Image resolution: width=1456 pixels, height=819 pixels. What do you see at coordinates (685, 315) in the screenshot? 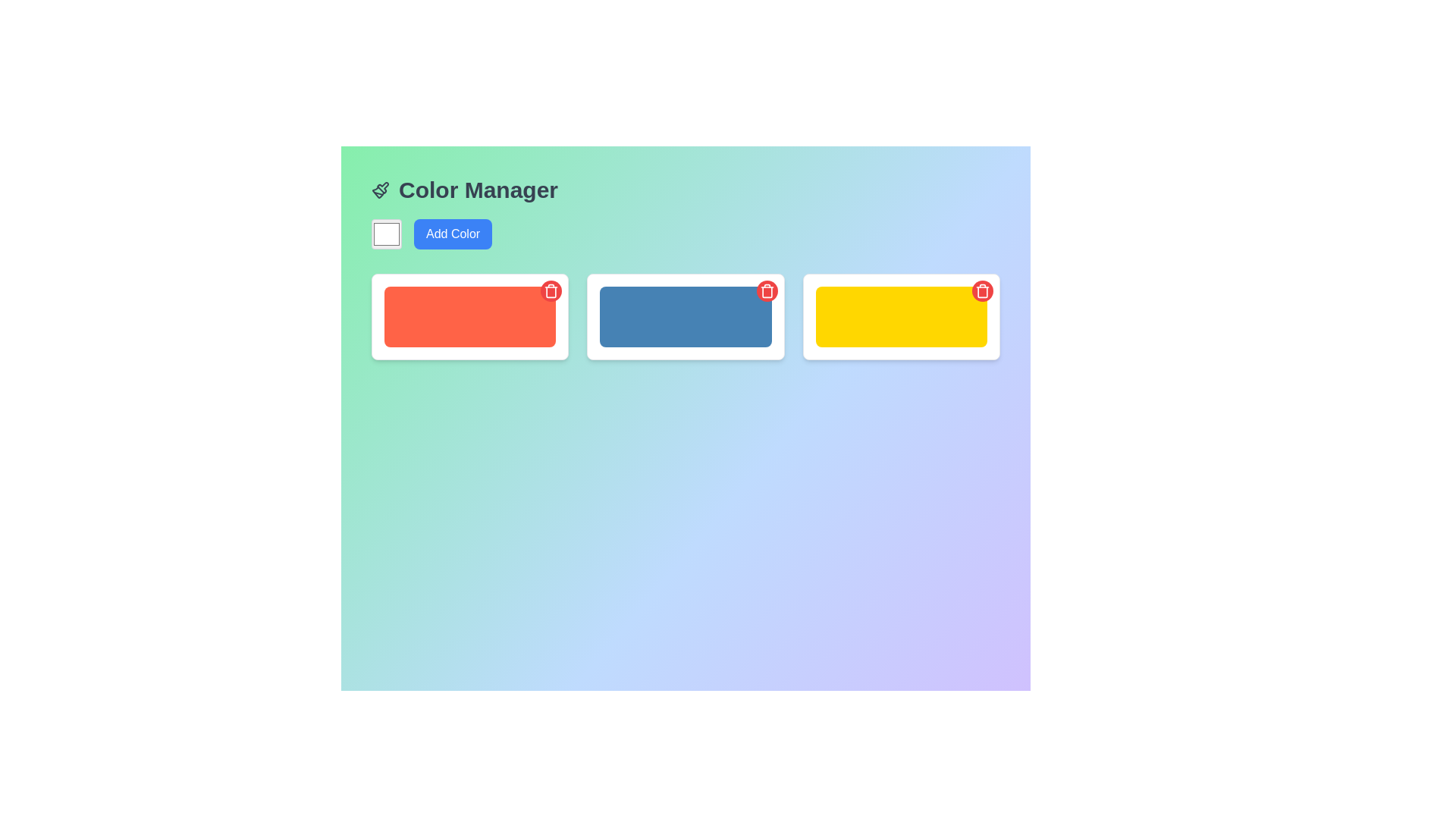
I see `the blue block, which is the second item in a row of three grid-based color blocks` at bounding box center [685, 315].